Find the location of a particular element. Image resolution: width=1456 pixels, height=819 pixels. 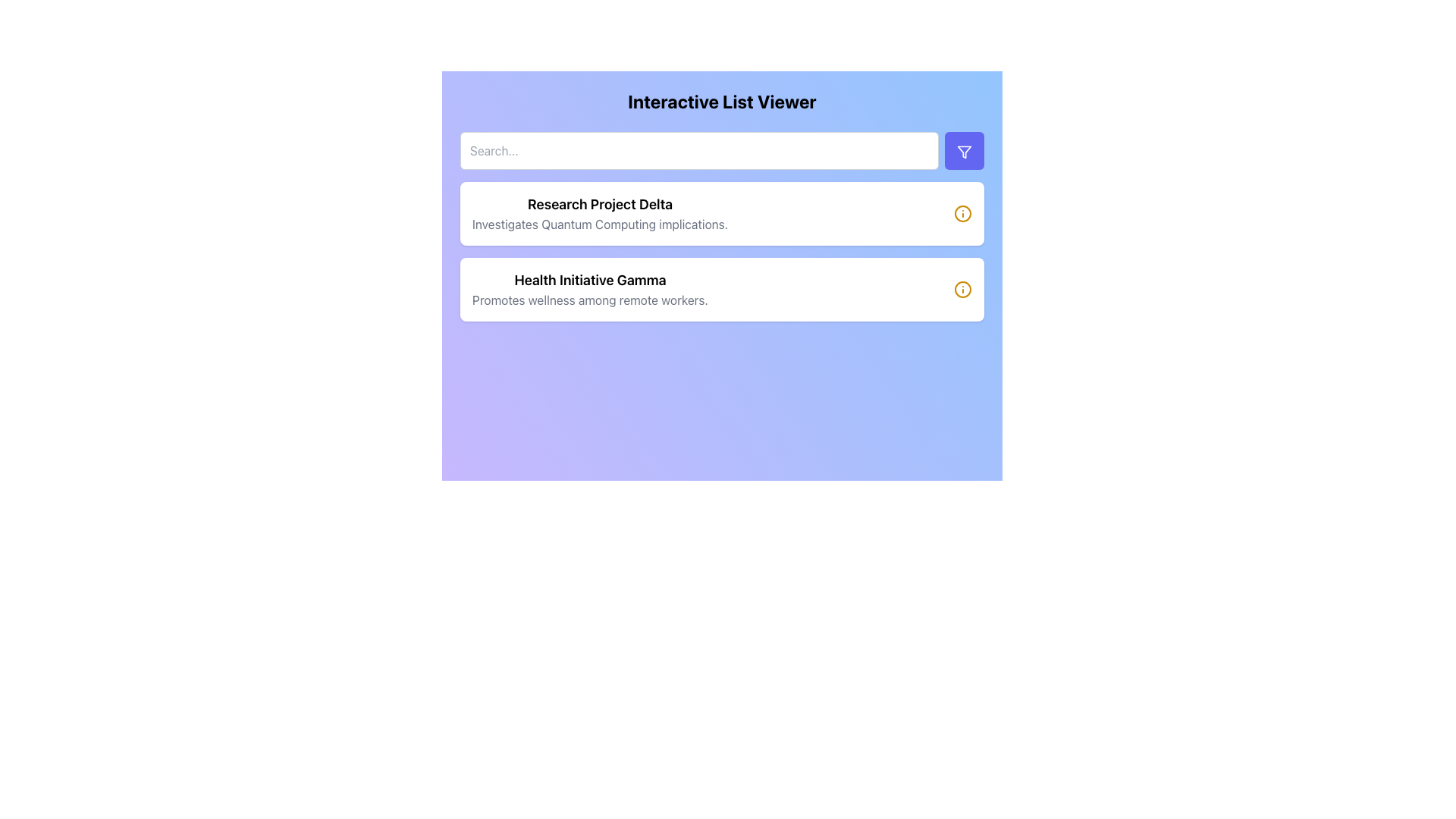

the title text label that presents the item summary in the first card of the vertically-stacked list, which guides the user to the associated content or action item is located at coordinates (599, 205).